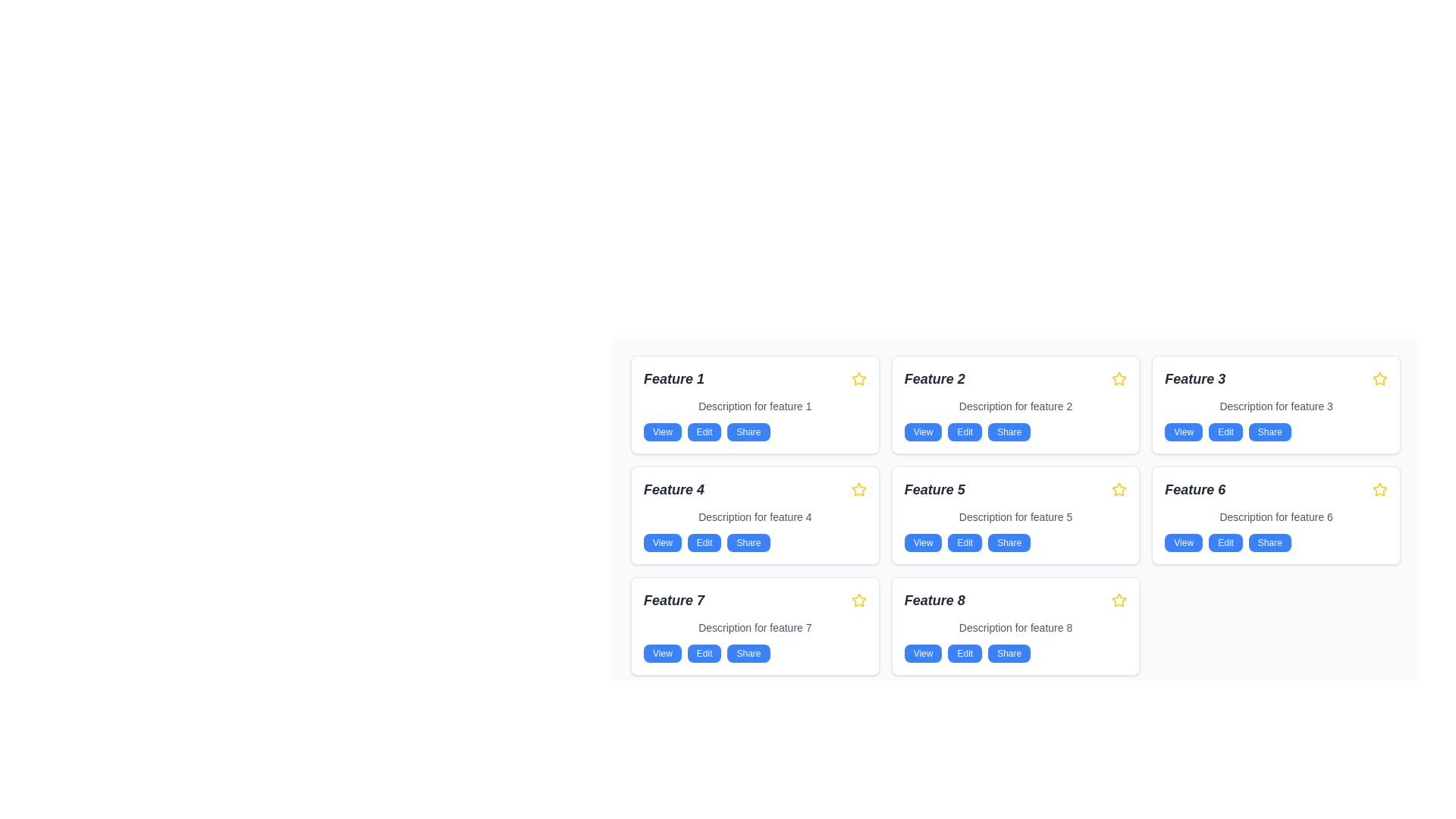  What do you see at coordinates (1119, 489) in the screenshot?
I see `the star-shaped icon with a yellow fill and white interior located in the top-right corner of the card labeled 'Feature 5'` at bounding box center [1119, 489].